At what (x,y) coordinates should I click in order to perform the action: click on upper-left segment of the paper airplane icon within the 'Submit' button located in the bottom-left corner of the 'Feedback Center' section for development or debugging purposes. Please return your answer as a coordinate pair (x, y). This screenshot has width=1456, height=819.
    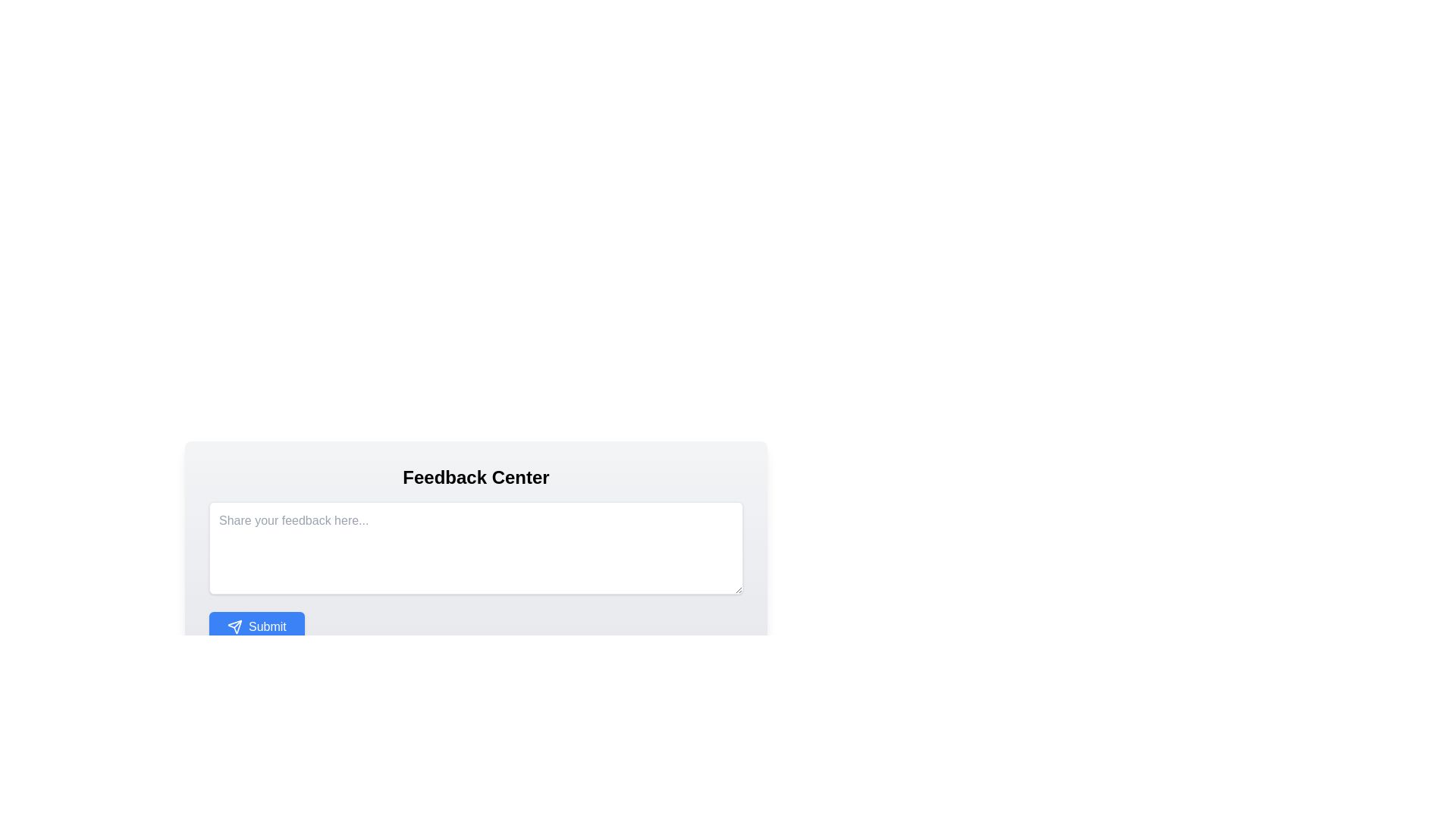
    Looking at the image, I should click on (234, 626).